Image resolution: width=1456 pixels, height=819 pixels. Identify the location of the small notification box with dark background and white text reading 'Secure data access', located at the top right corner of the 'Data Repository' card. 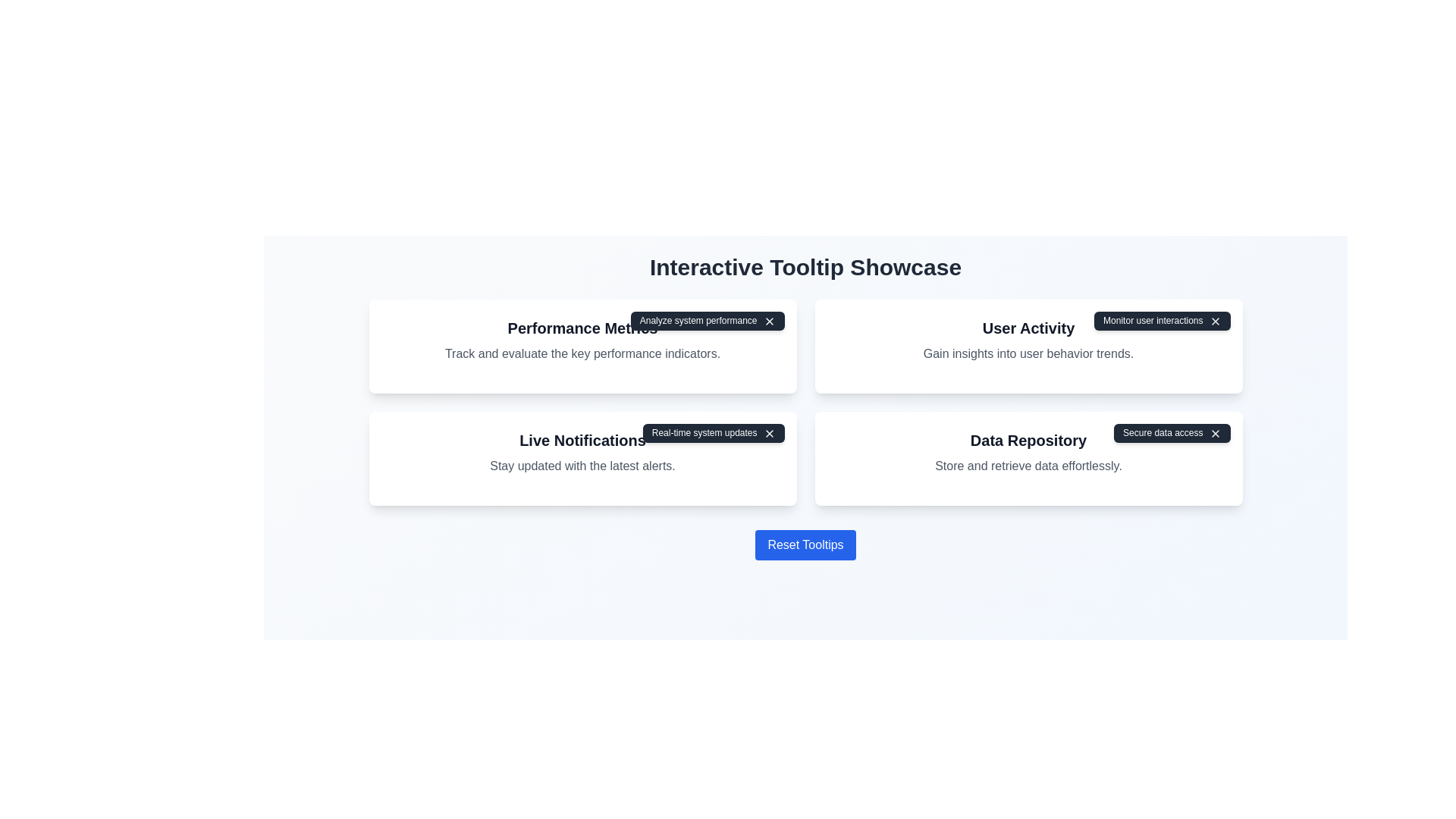
(1171, 433).